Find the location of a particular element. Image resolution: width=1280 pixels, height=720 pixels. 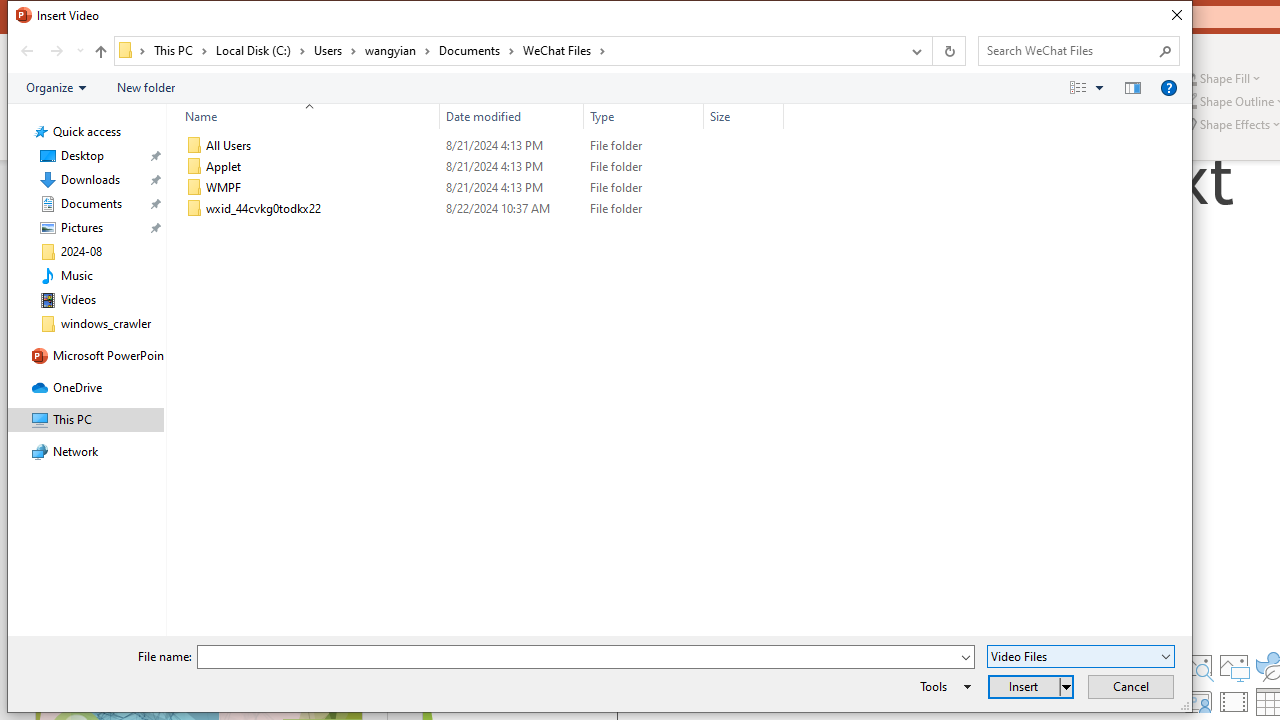

'View Slider' is located at coordinates (1098, 86).